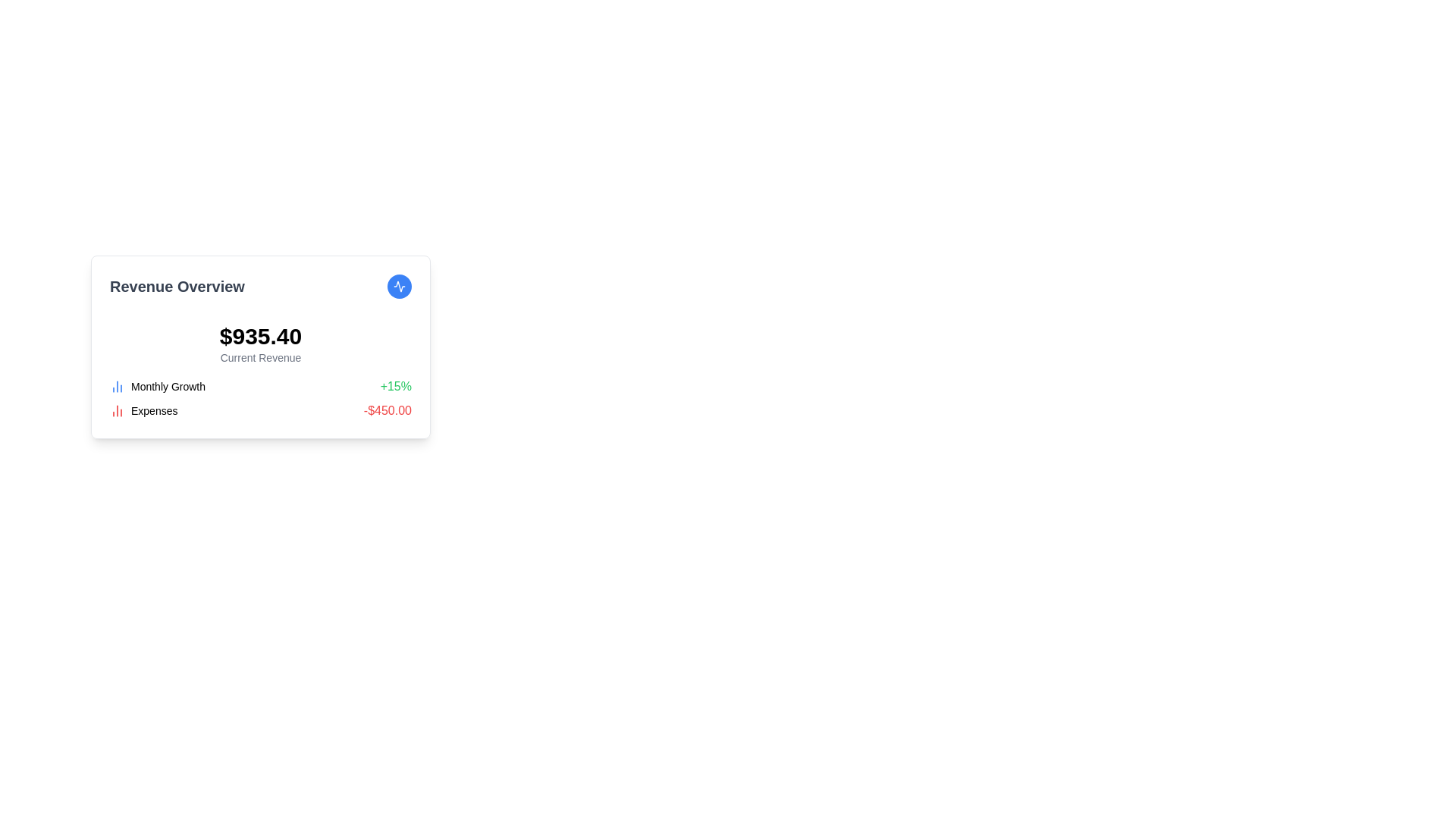  Describe the element at coordinates (400, 287) in the screenshot. I see `the waveform icon graphical component with a blue circular background and white sine-wave design located in the top-right corner of the 'Revenue Overview' card` at that location.